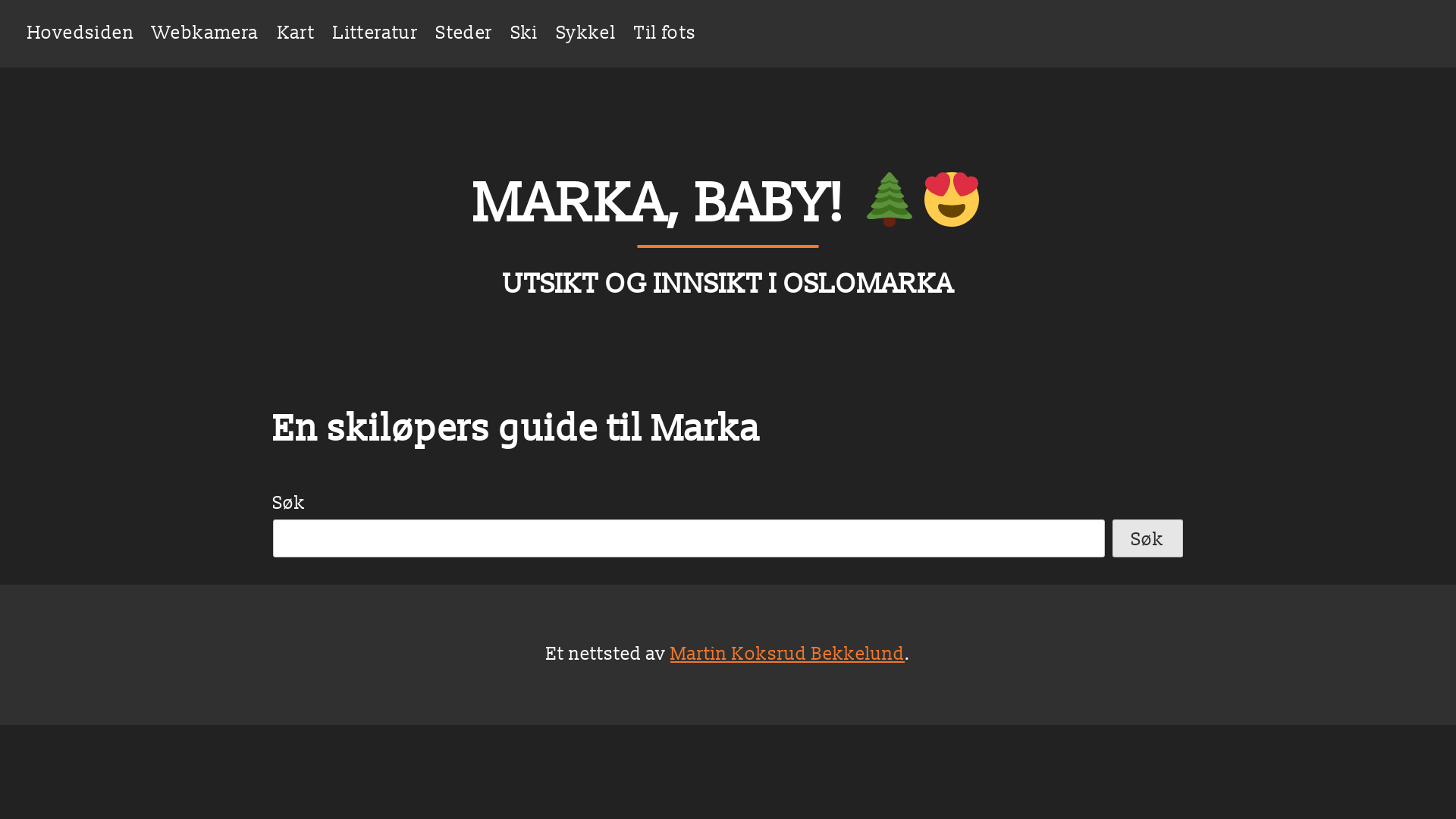 Image resolution: width=1456 pixels, height=819 pixels. I want to click on 'Steder', so click(463, 33).